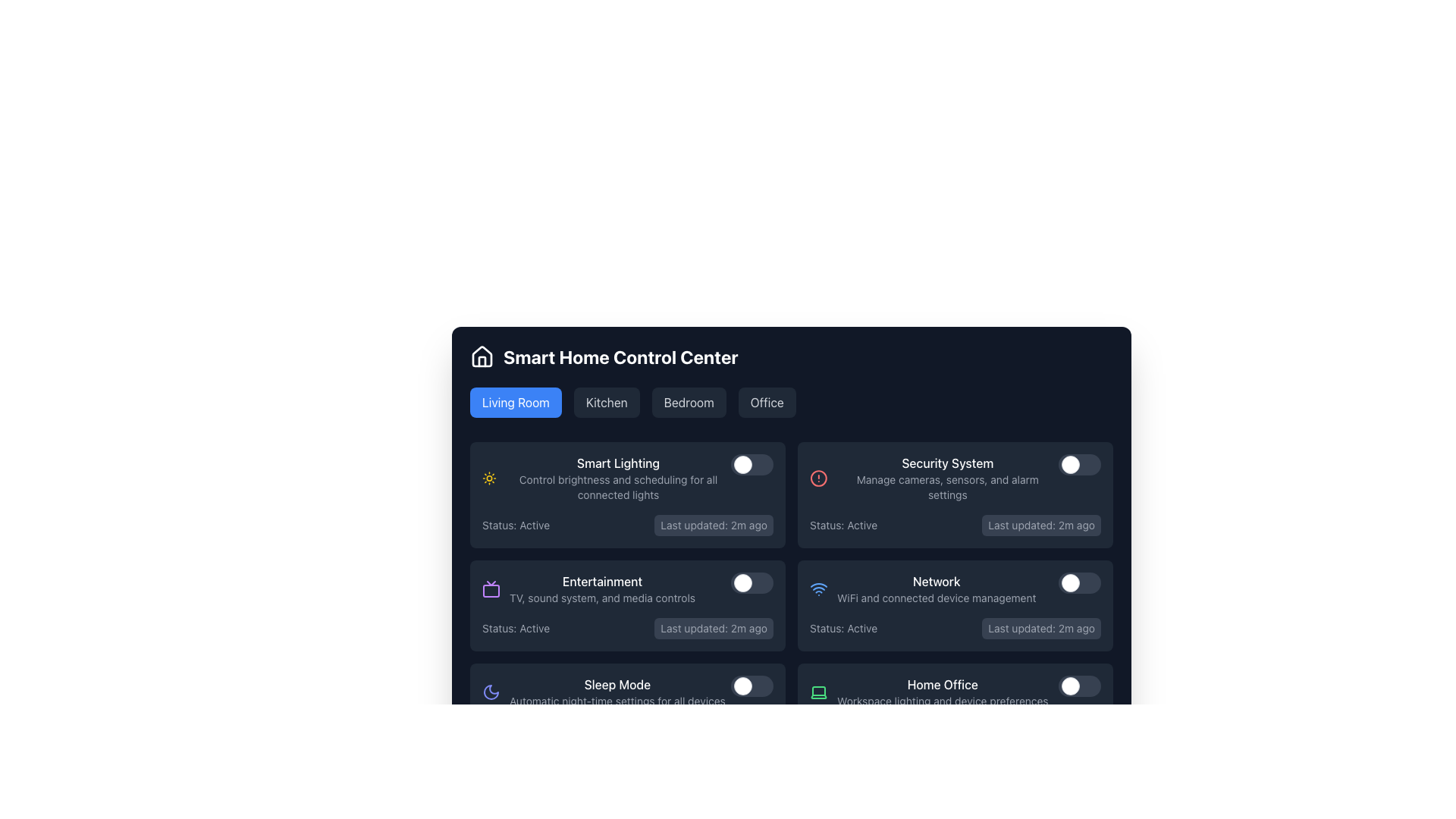 This screenshot has height=819, width=1456. What do you see at coordinates (752, 686) in the screenshot?
I see `the toggle switch located on the right side of the 'Sleep Mode' panel in the 'Smart Home Control Center' to switch on or off` at bounding box center [752, 686].